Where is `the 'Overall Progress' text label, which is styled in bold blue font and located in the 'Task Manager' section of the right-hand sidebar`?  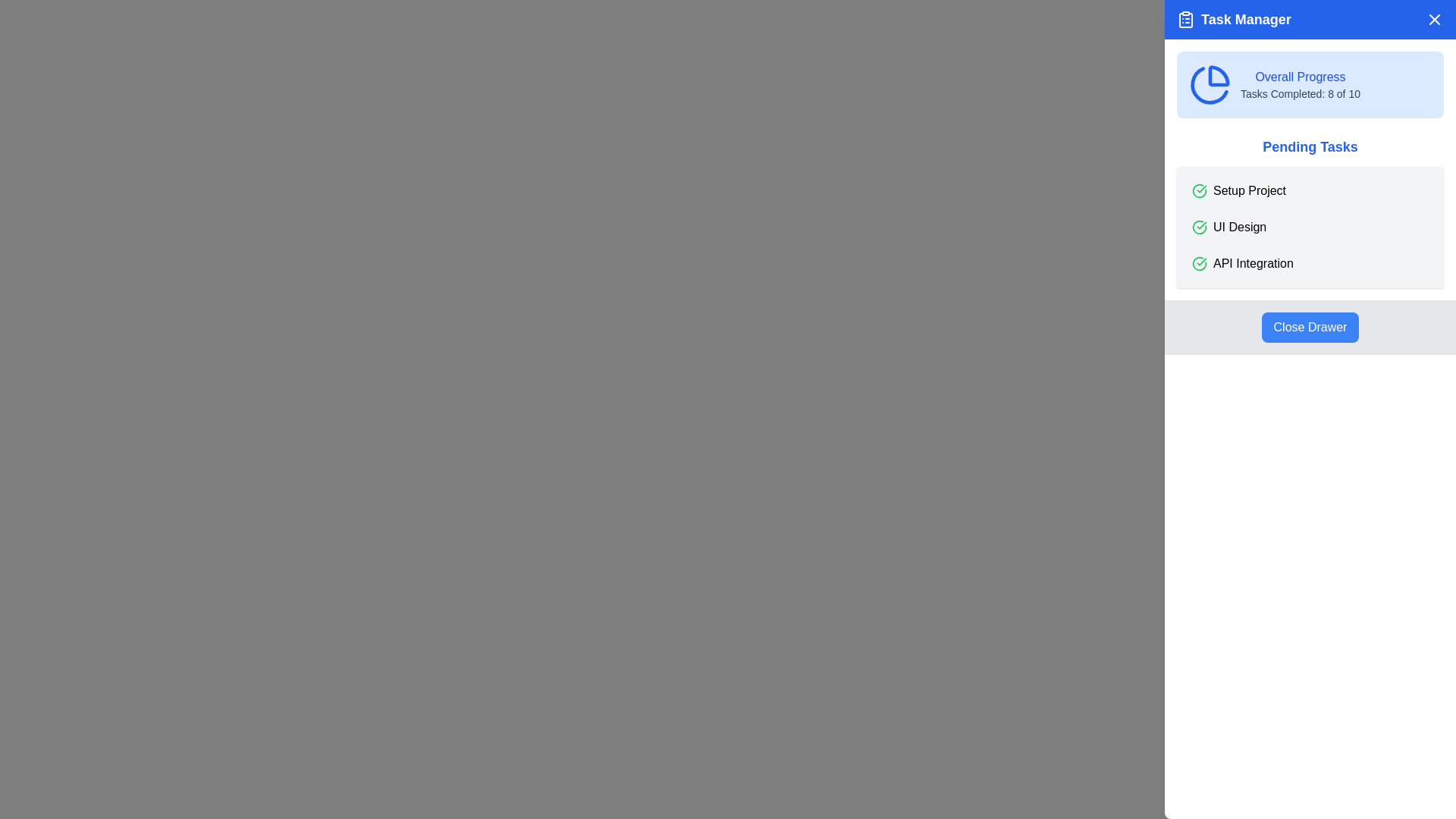
the 'Overall Progress' text label, which is styled in bold blue font and located in the 'Task Manager' section of the right-hand sidebar is located at coordinates (1299, 77).